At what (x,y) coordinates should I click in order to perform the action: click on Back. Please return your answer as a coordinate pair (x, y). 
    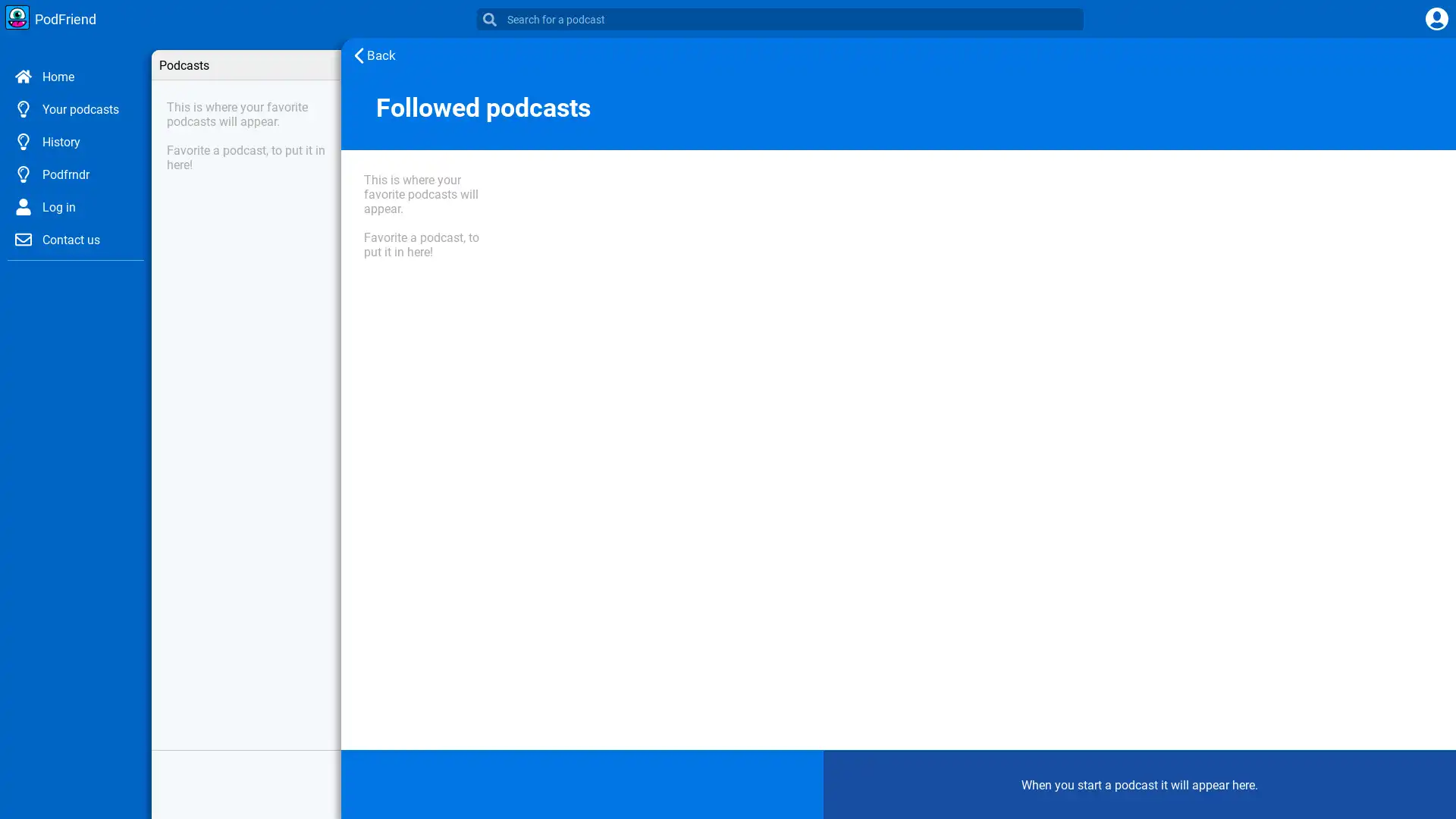
    Looking at the image, I should click on (370, 55).